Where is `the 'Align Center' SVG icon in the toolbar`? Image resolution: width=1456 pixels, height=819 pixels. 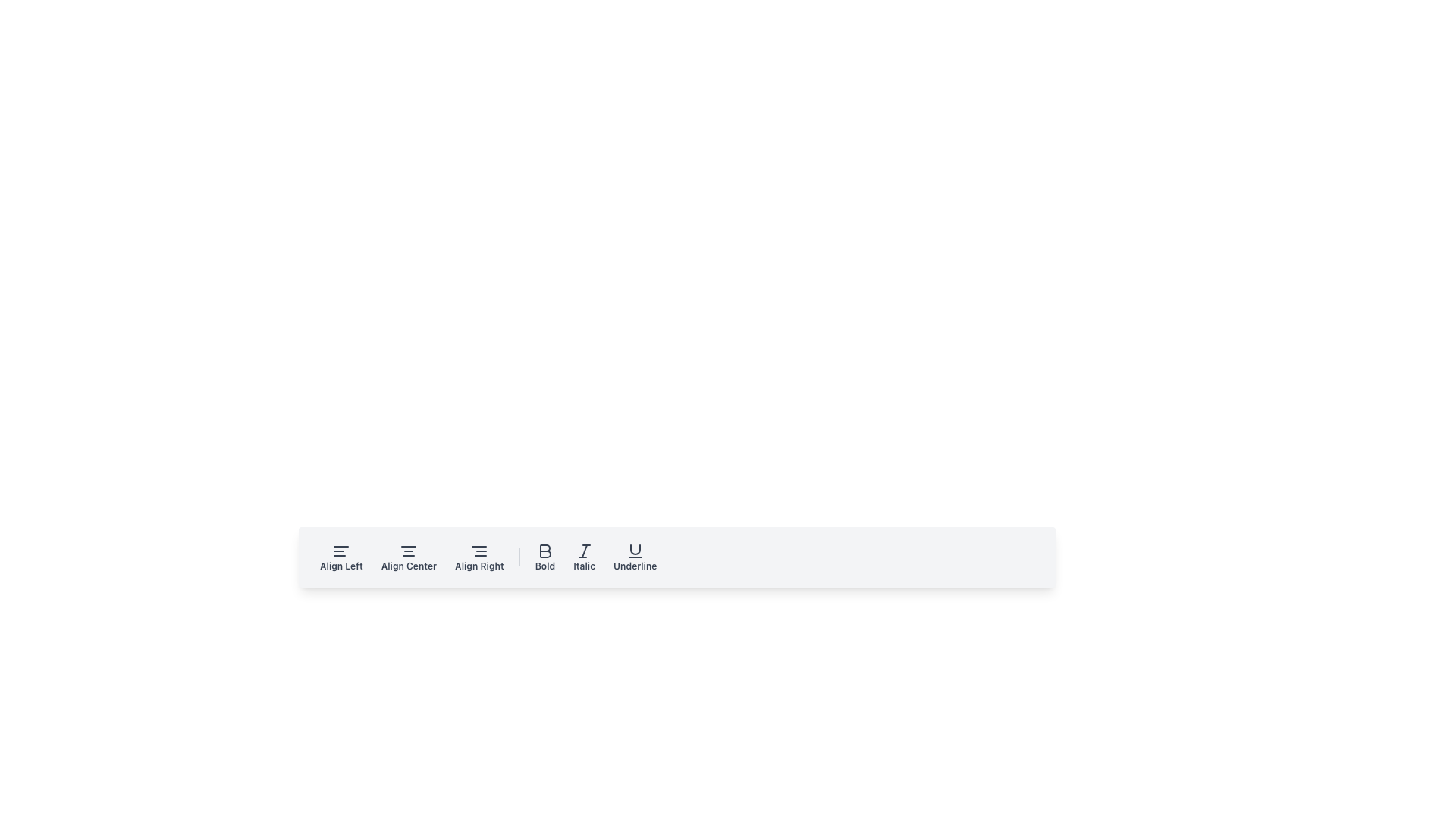
the 'Align Center' SVG icon in the toolbar is located at coordinates (409, 551).